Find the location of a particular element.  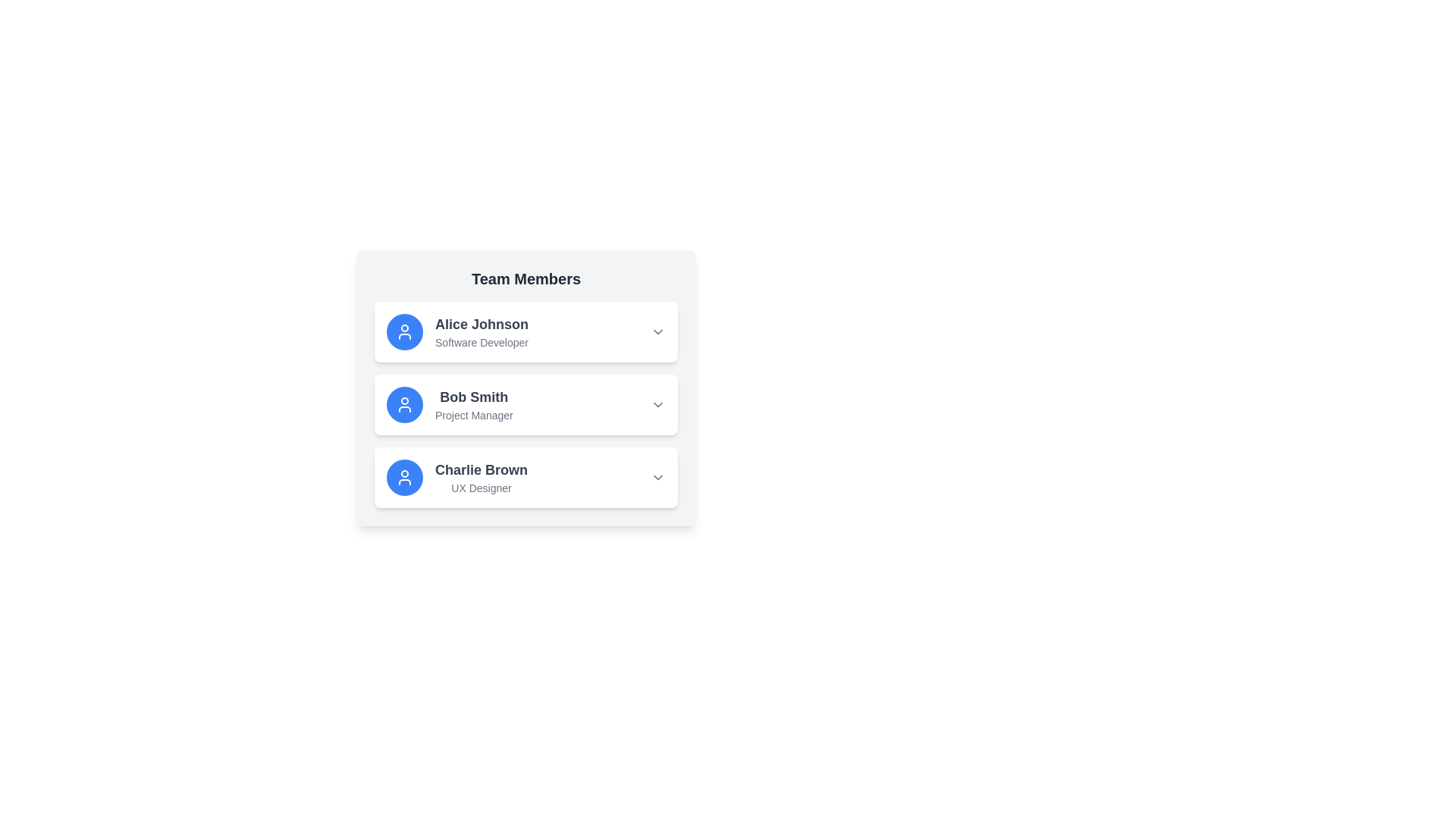

the text element displaying 'Alice Johnson', which is a large bold text above 'Software Developer', positioned in the first row of the 'Team Members' list is located at coordinates (481, 331).